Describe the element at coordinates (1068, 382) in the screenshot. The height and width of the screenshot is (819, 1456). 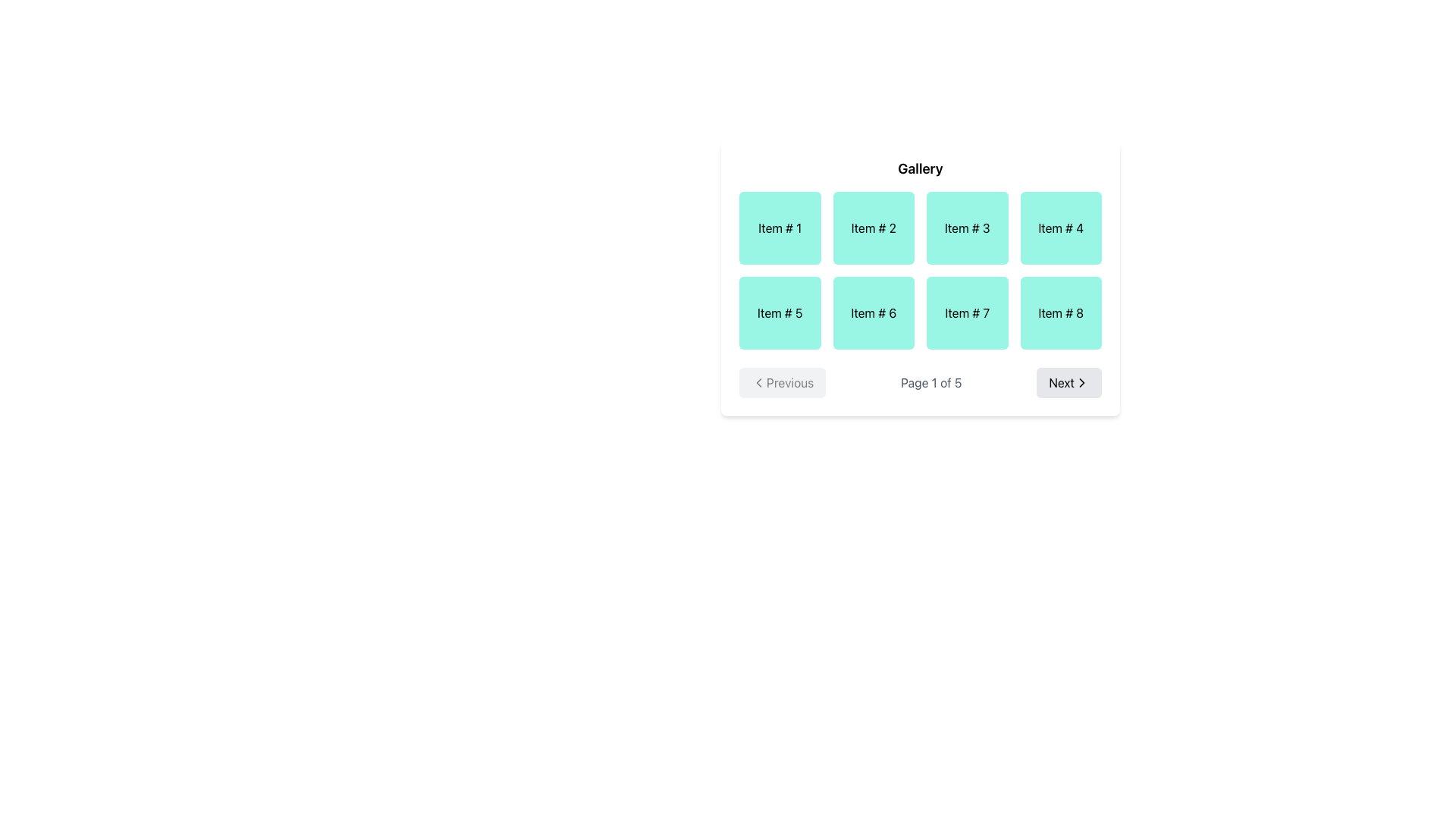
I see `the 'Next' button, which has a light gray background, rounded corners, and displays the text 'Next' with a rightward arrow icon` at that location.